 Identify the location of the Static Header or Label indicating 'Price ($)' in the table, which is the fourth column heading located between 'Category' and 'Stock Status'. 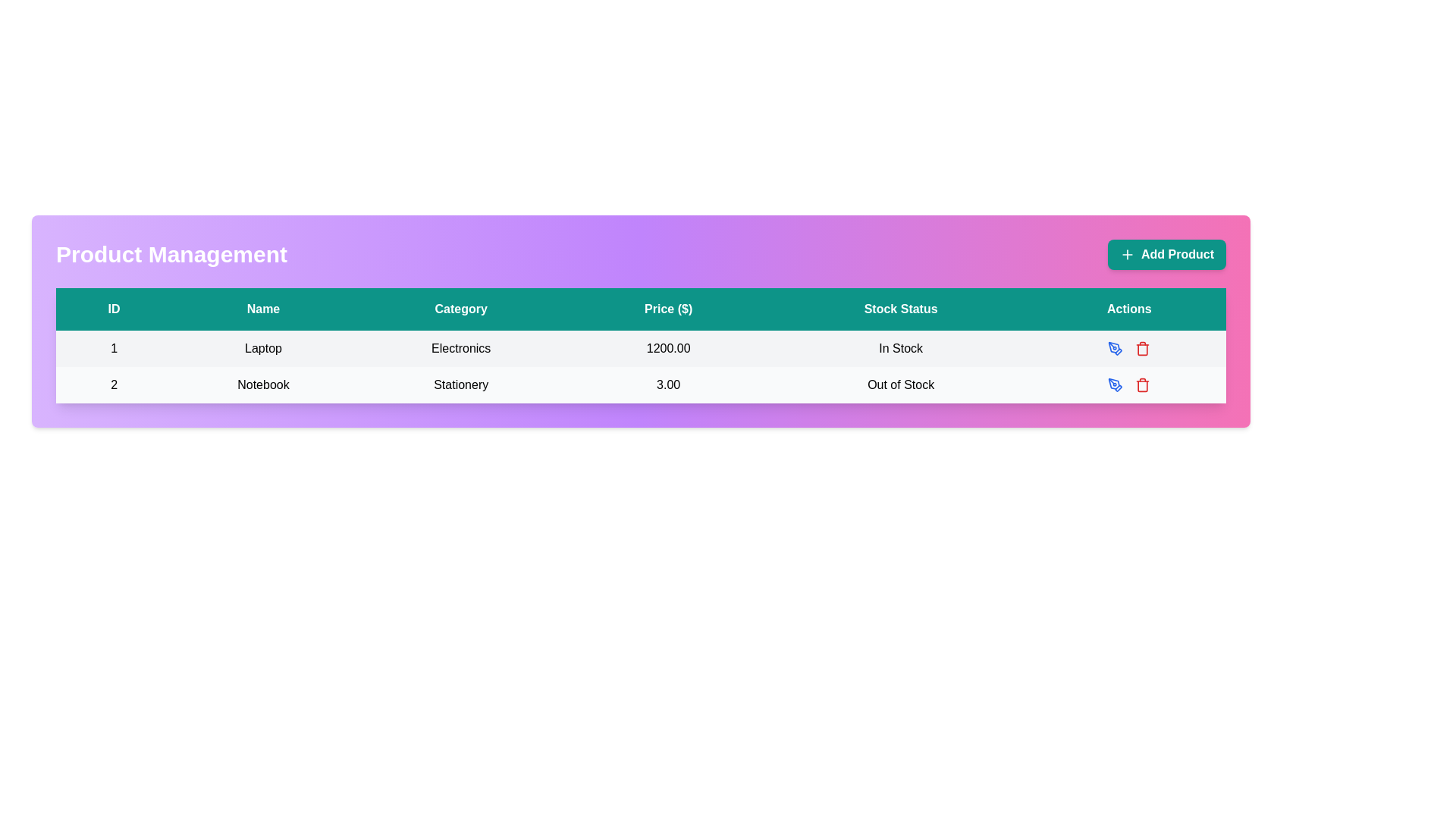
(667, 309).